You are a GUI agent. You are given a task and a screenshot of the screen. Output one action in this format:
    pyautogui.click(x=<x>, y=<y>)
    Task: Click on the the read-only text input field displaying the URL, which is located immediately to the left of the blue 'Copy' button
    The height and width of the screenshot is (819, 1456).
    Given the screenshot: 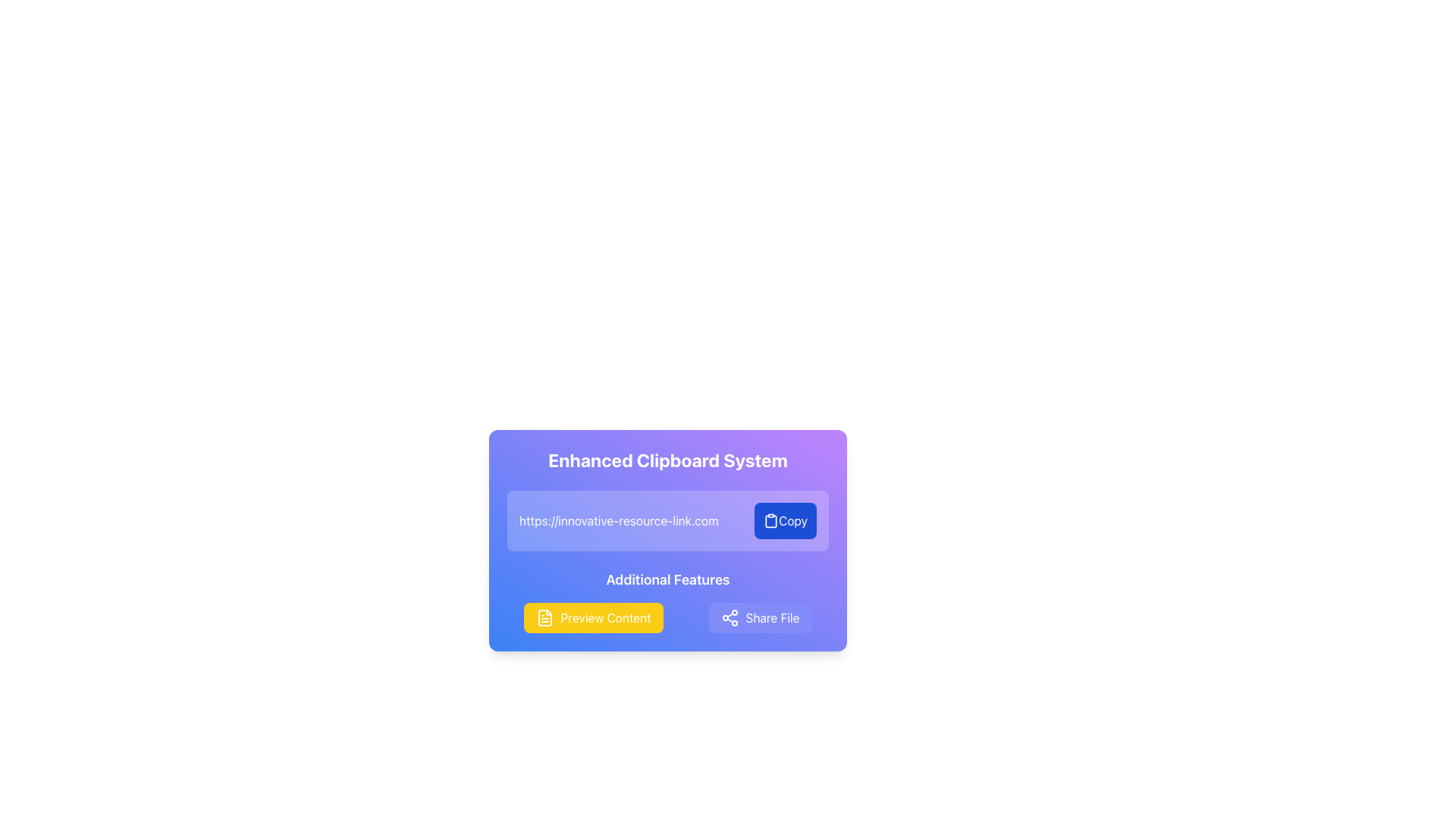 What is the action you would take?
    pyautogui.click(x=630, y=519)
    